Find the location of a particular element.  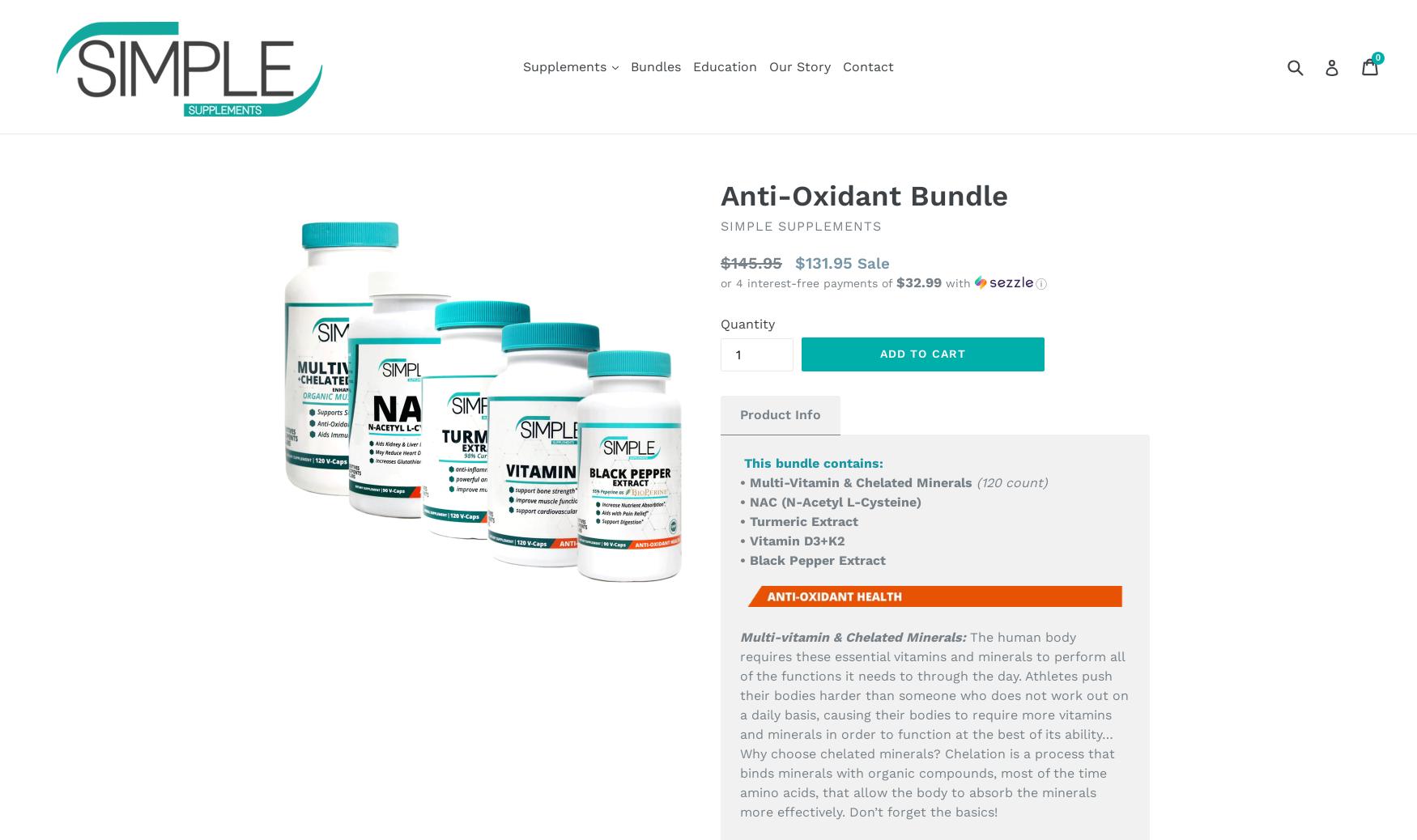

'$131.95' is located at coordinates (825, 261).